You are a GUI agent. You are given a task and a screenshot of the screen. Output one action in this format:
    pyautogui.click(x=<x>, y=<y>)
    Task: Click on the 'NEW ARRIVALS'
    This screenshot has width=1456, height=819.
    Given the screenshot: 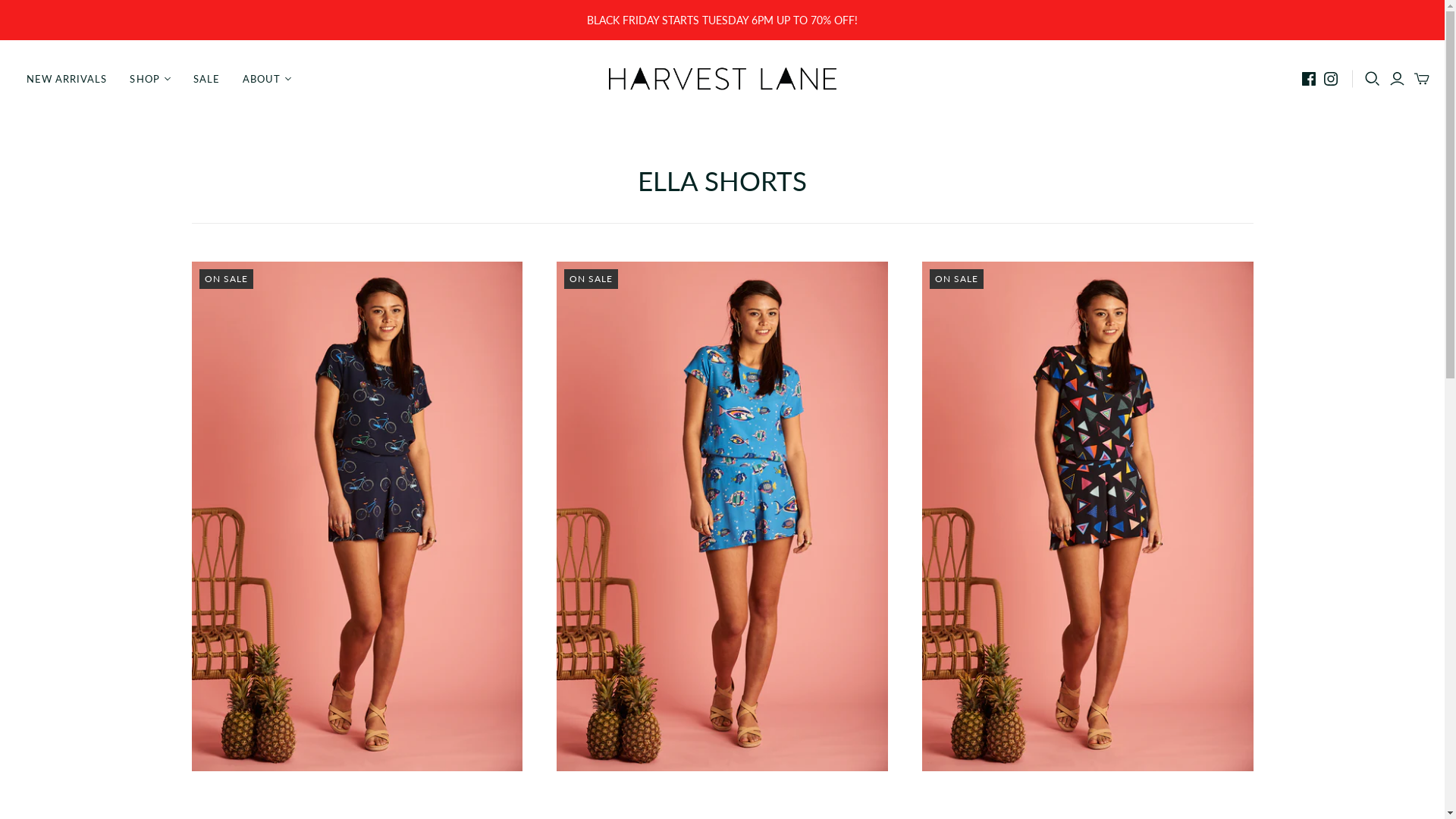 What is the action you would take?
    pyautogui.click(x=14, y=79)
    